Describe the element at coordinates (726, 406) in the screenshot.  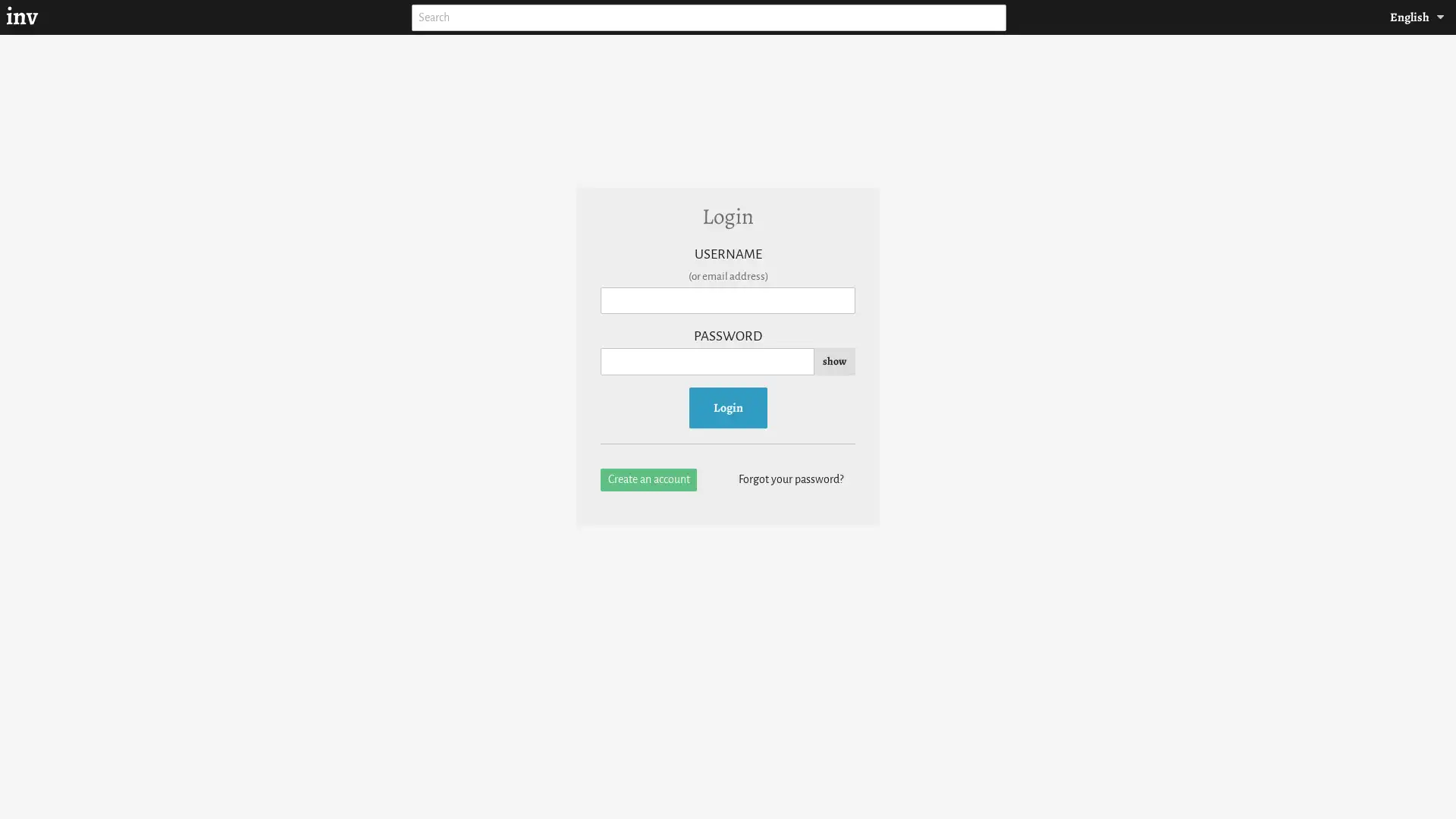
I see `Login` at that location.